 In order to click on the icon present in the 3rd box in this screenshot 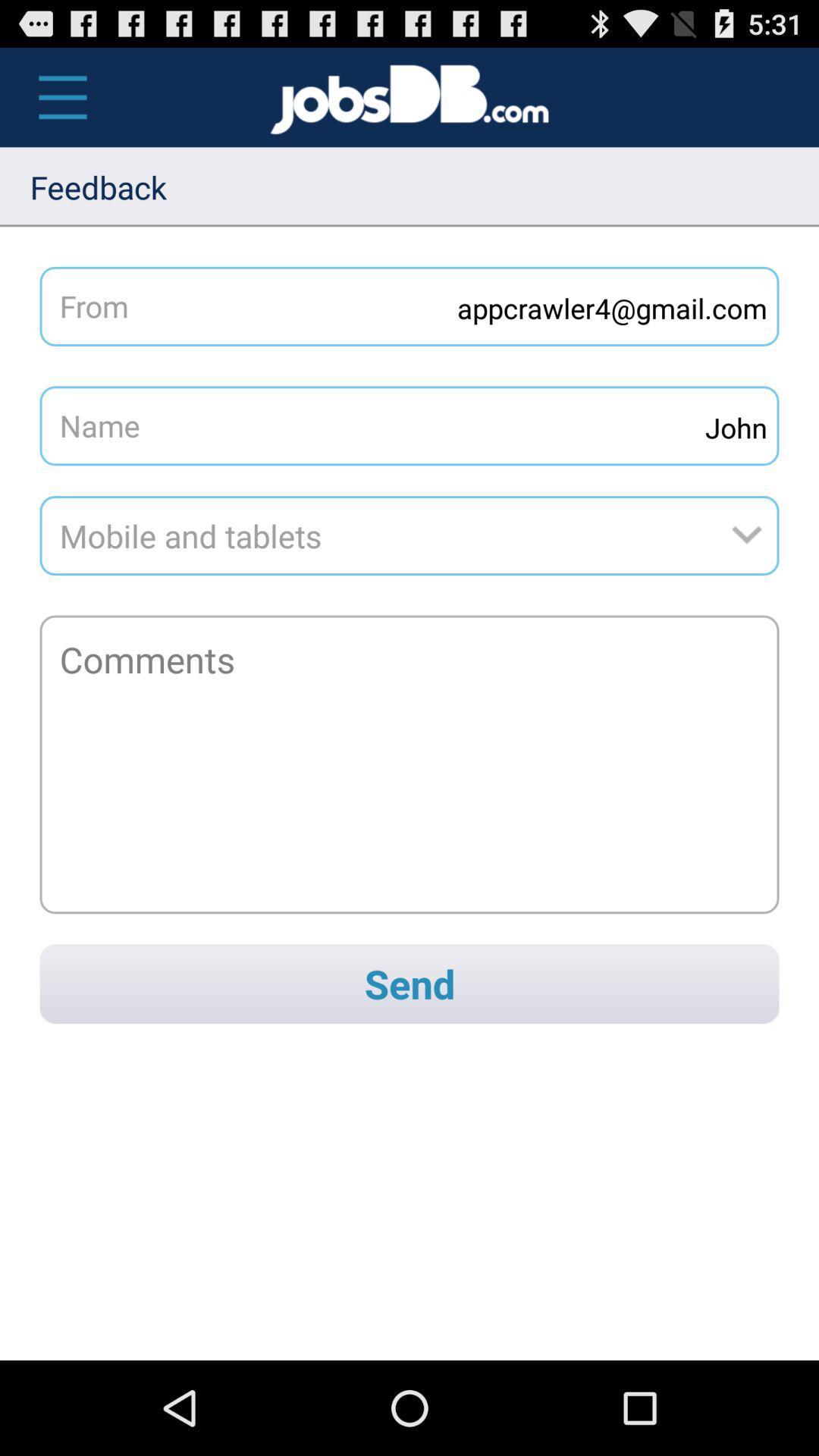, I will do `click(753, 535)`.